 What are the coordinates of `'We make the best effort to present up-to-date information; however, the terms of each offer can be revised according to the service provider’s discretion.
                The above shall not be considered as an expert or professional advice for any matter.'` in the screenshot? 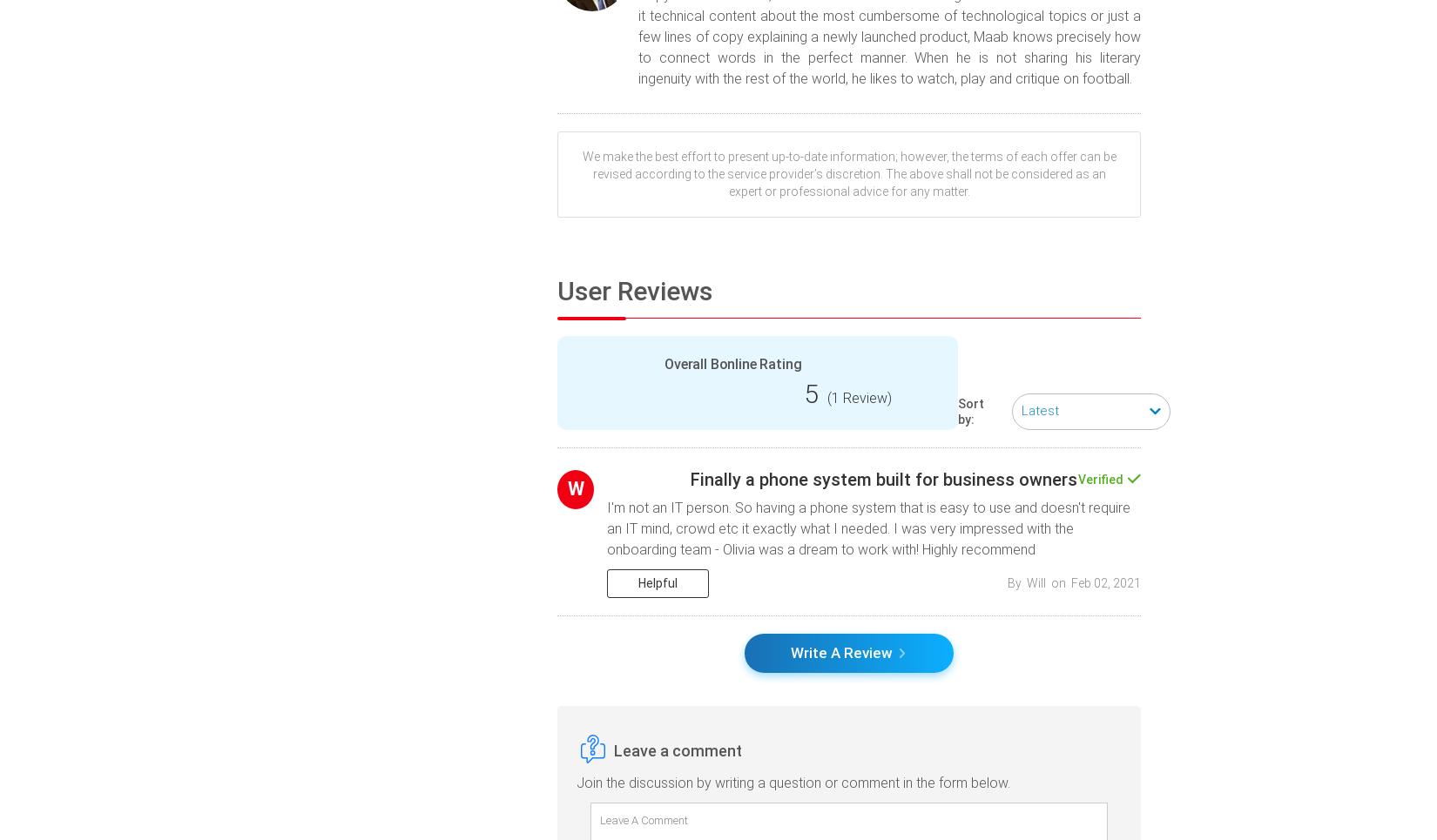 It's located at (848, 173).